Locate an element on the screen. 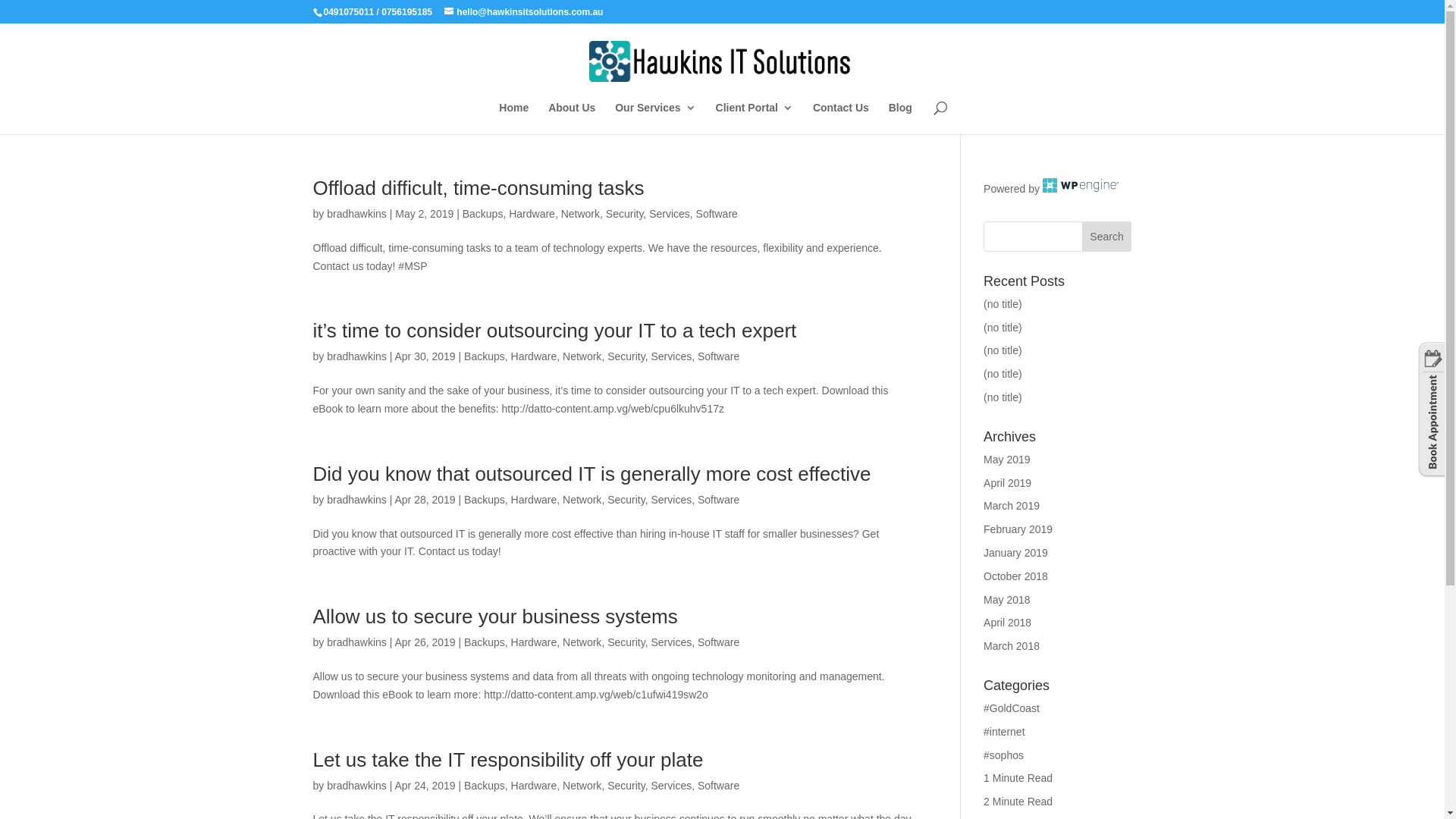 Image resolution: width=1456 pixels, height=819 pixels. 'March 2019' is located at coordinates (1012, 506).